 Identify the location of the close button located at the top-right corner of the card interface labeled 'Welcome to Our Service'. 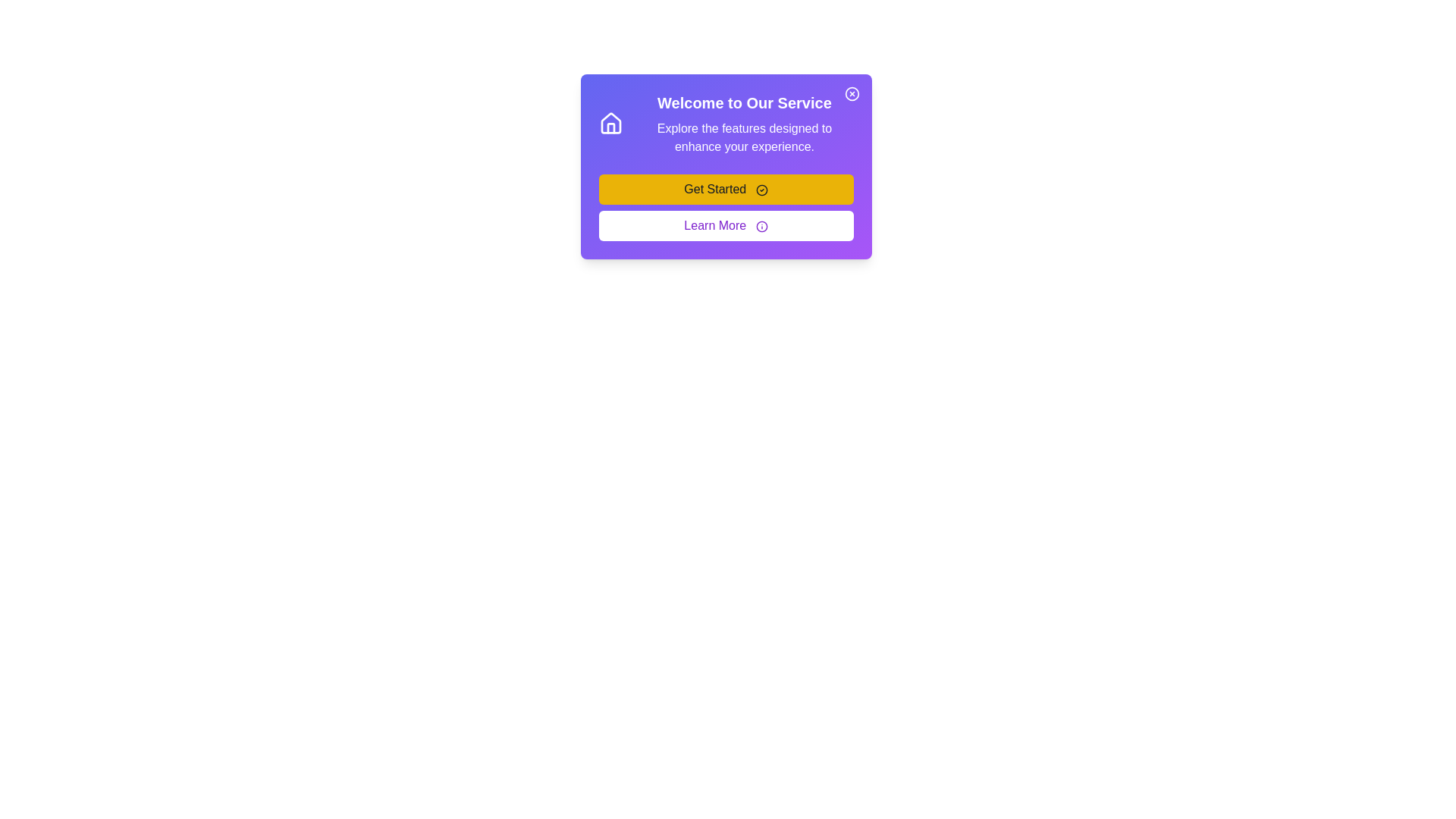
(852, 93).